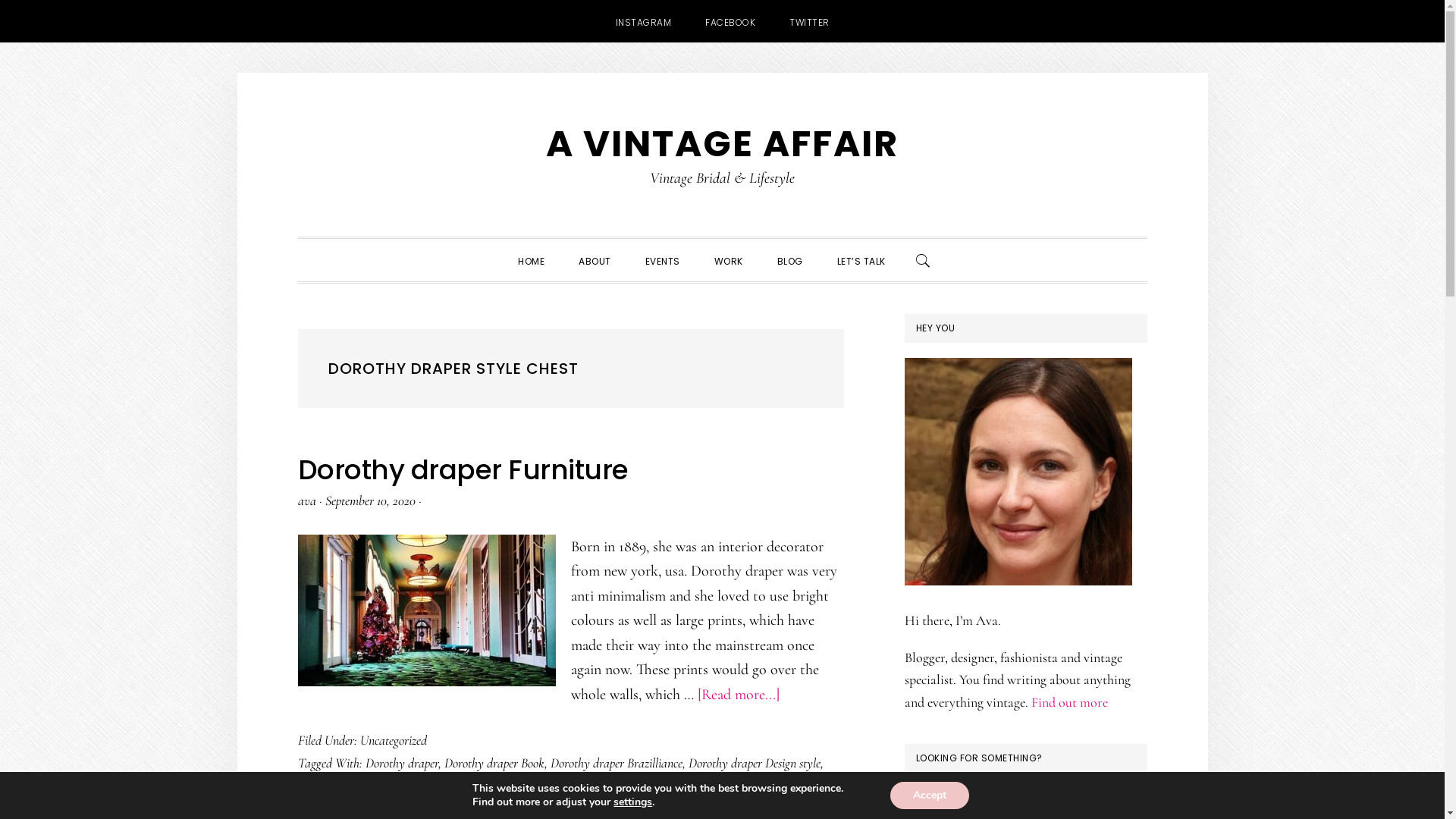  Describe the element at coordinates (789, 259) in the screenshot. I see `'BLOG'` at that location.